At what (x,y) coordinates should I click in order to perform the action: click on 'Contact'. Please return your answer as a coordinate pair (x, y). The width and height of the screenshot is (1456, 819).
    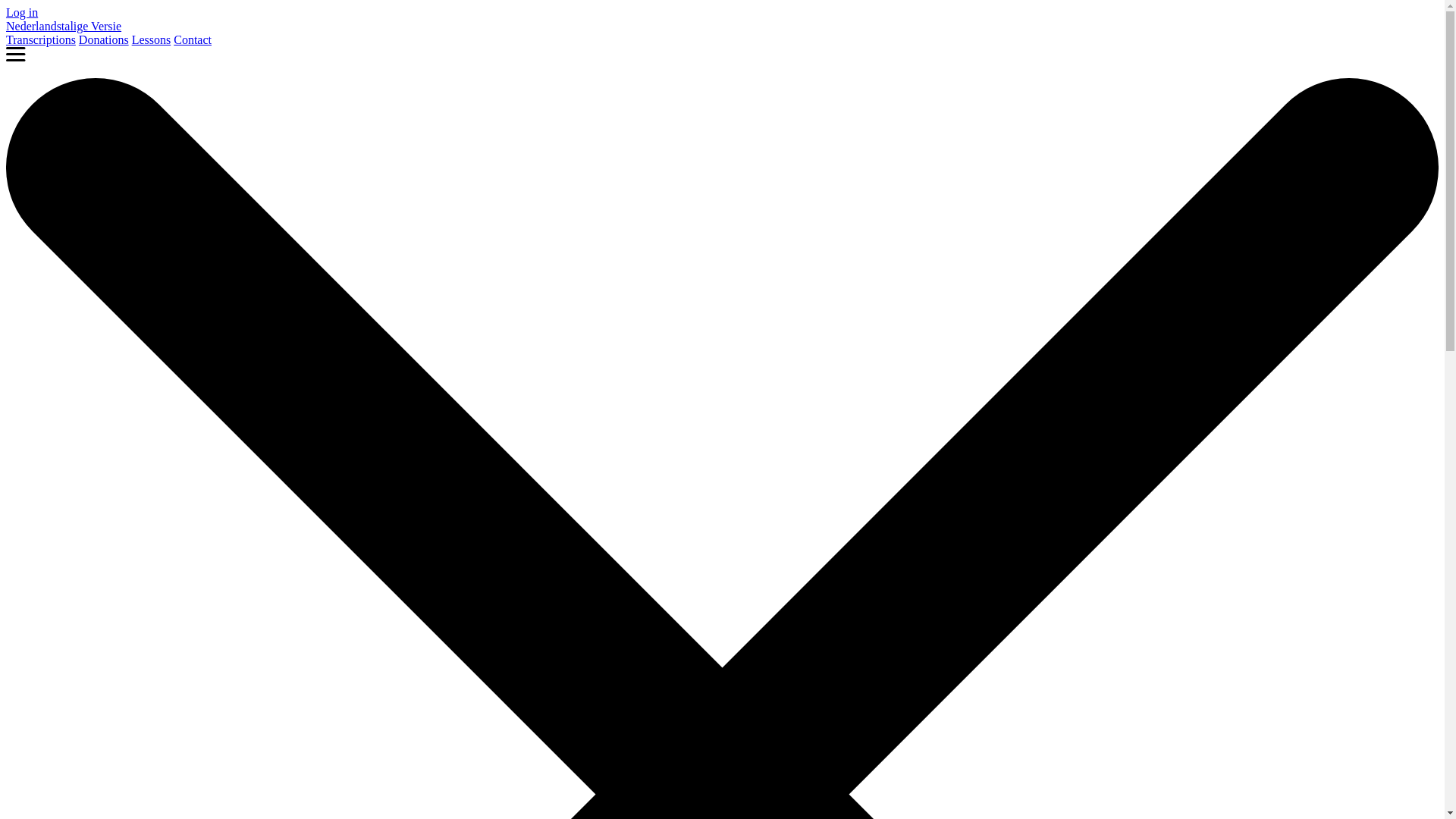
    Looking at the image, I should click on (192, 39).